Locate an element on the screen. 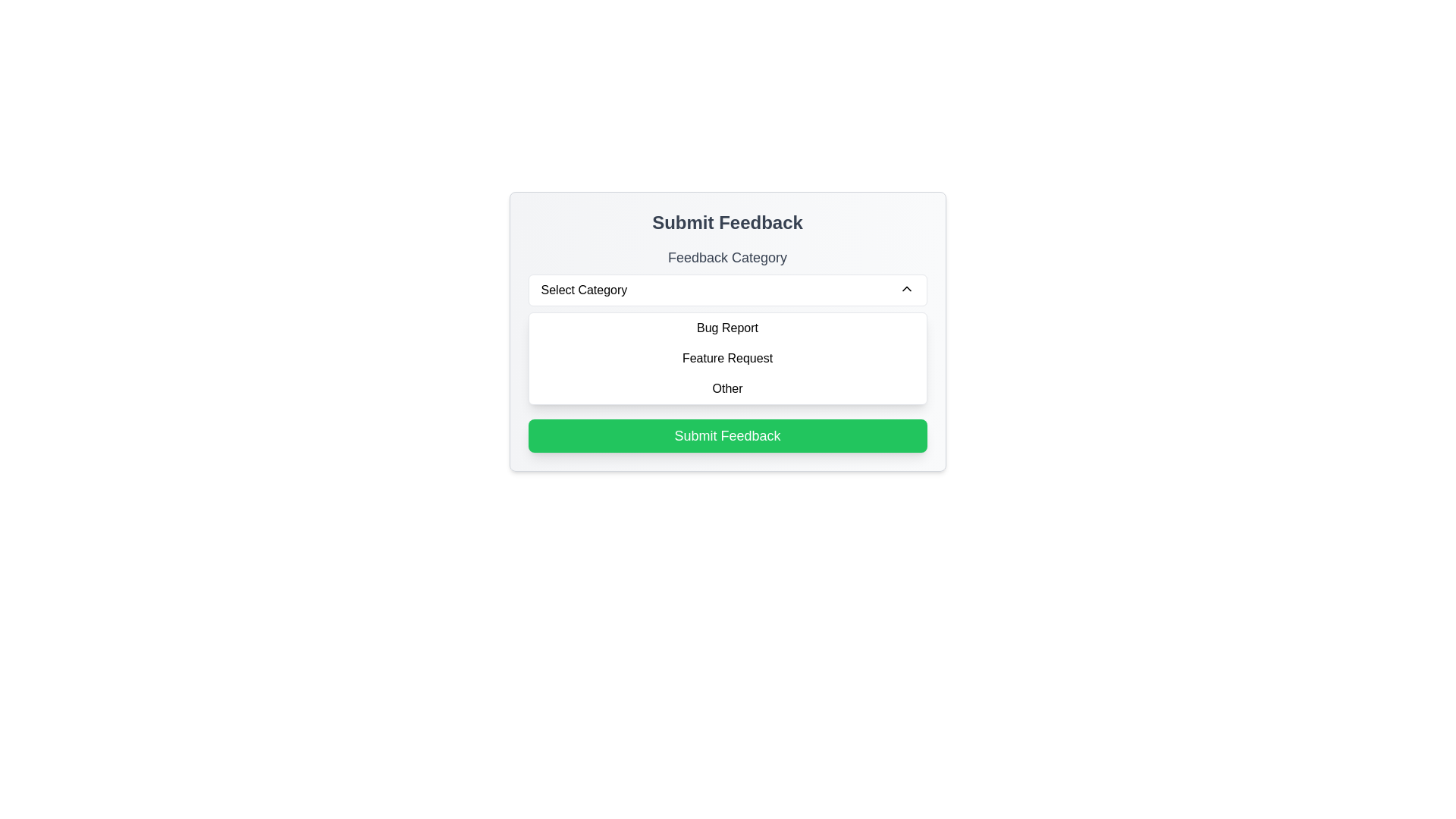 The image size is (1456, 819). the 'Feature Request' option in the dropdown menu located below the 'Select Category' button, which allows users is located at coordinates (726, 359).